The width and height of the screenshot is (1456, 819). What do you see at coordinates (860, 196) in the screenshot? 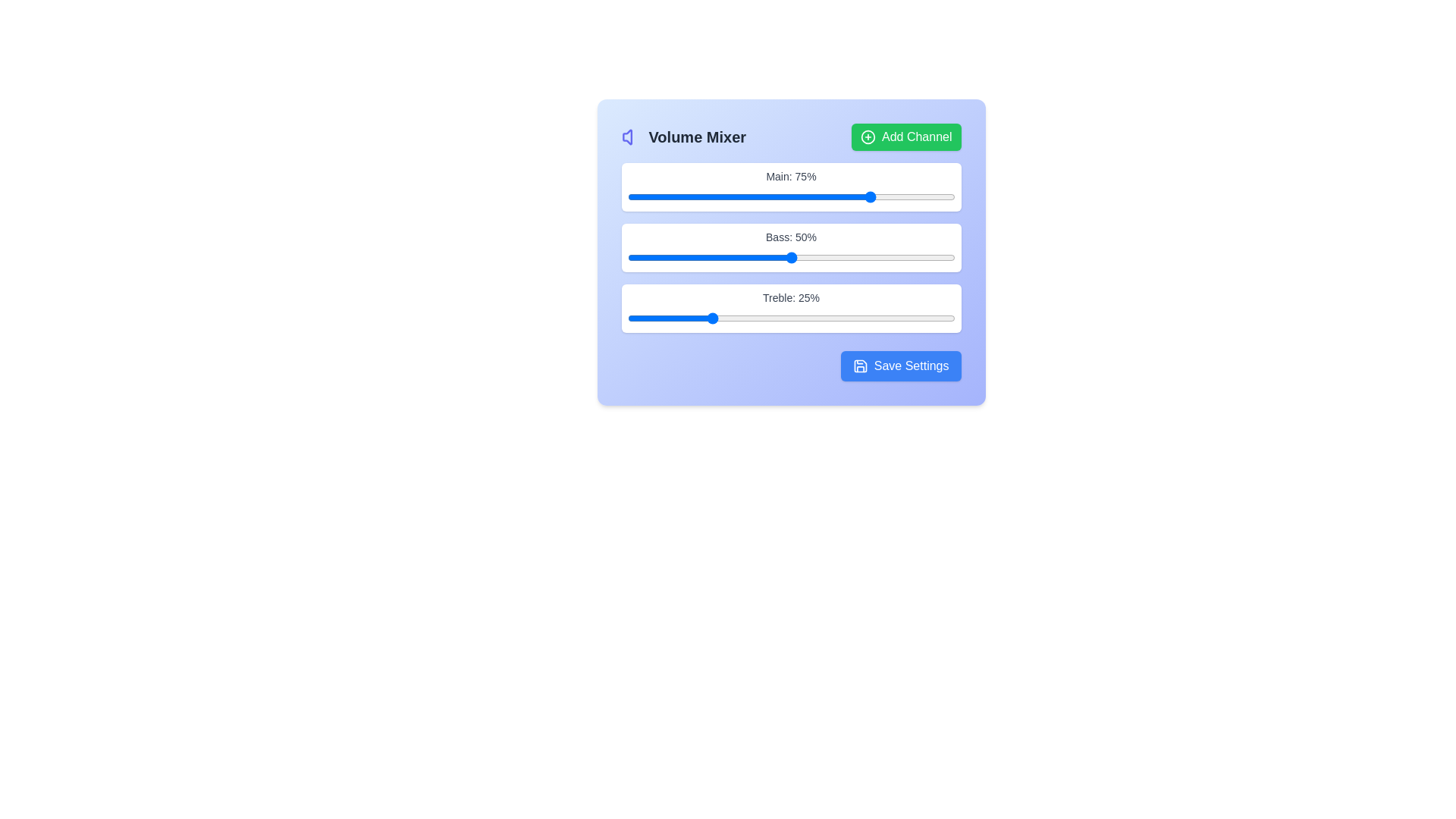
I see `the main volume slider` at bounding box center [860, 196].